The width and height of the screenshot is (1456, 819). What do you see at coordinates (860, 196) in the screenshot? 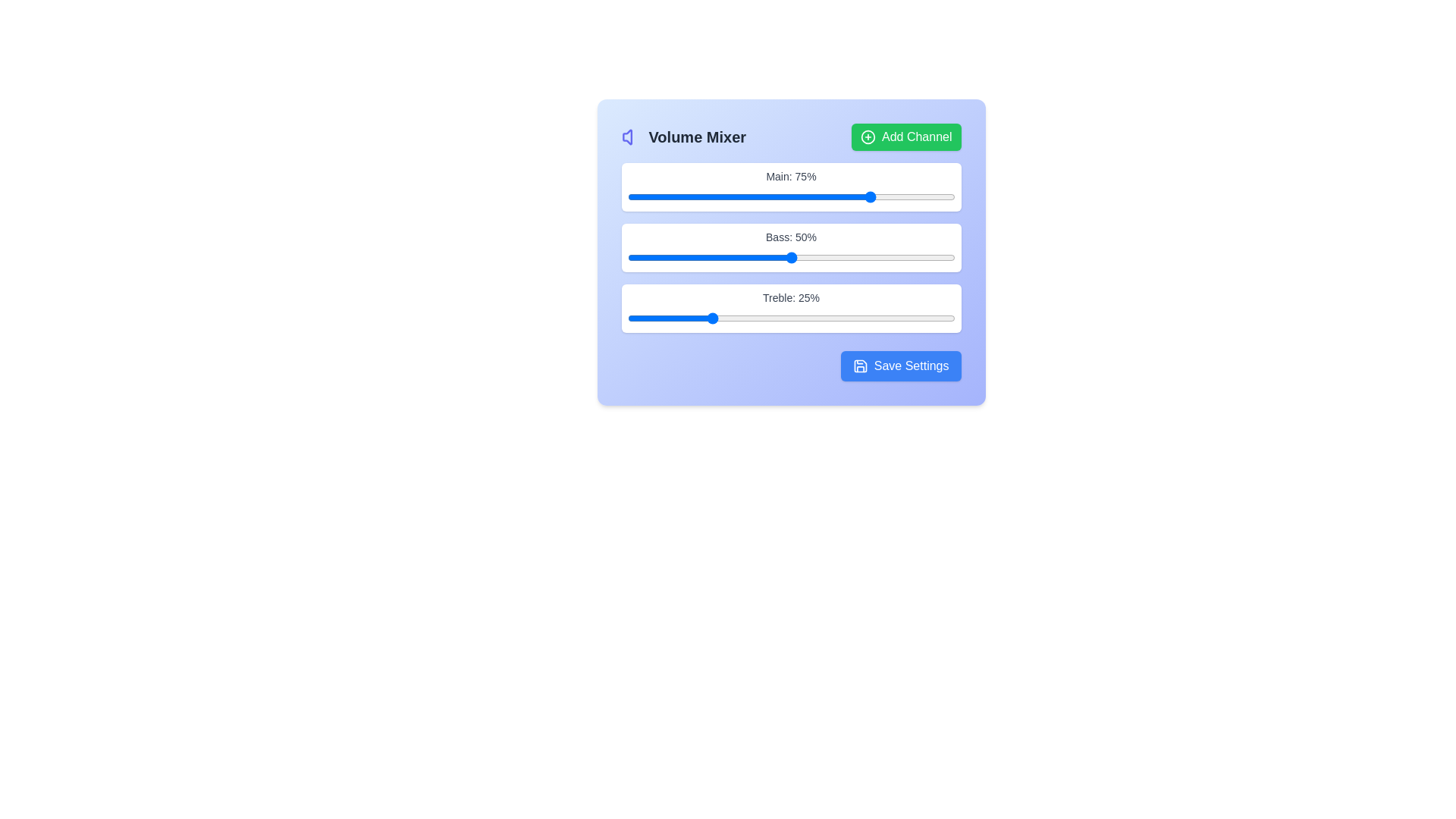
I see `the main volume slider` at bounding box center [860, 196].